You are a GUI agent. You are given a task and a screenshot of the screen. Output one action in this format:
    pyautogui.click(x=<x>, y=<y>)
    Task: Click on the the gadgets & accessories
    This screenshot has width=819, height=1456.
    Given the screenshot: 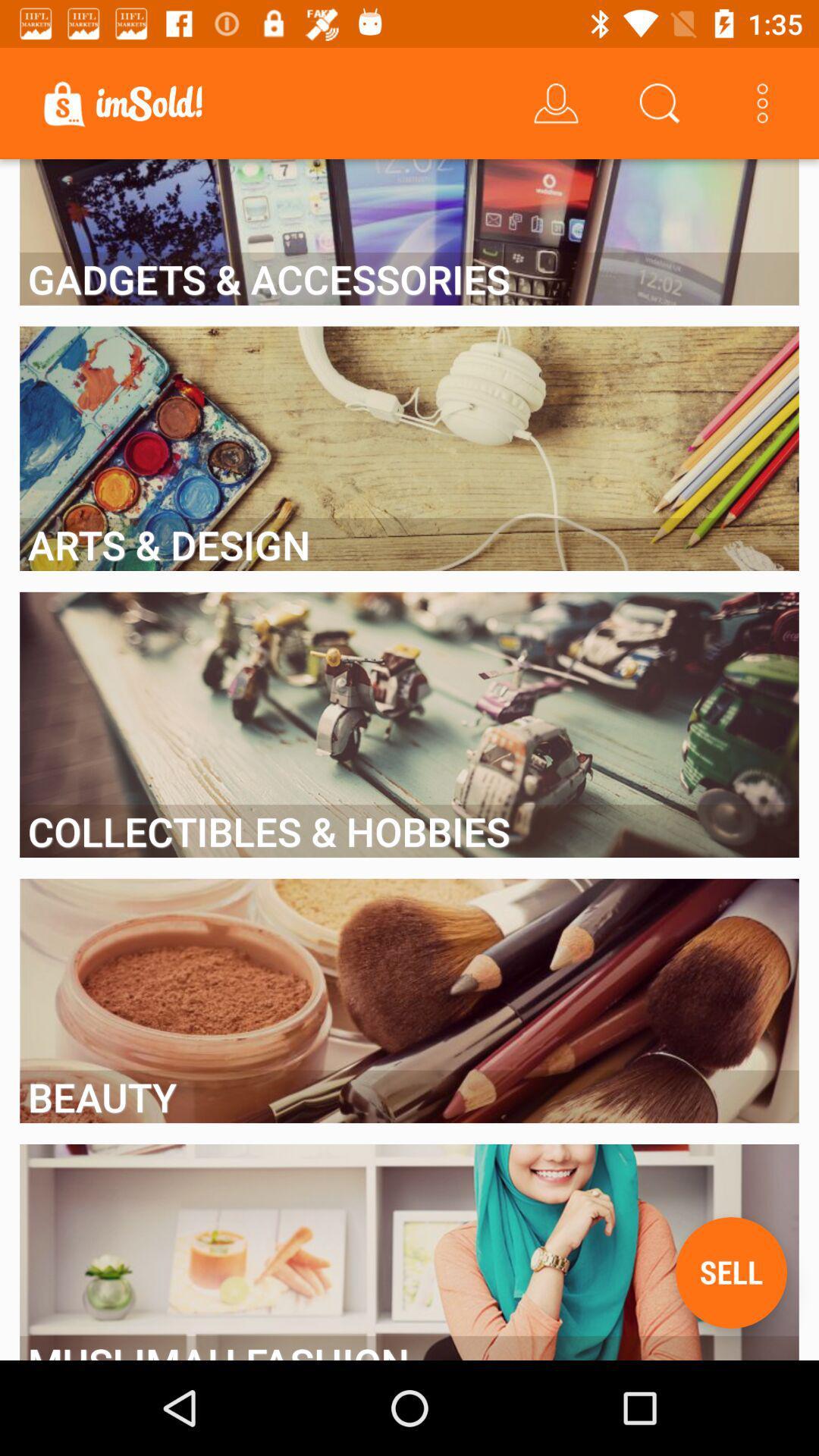 What is the action you would take?
    pyautogui.click(x=409, y=278)
    